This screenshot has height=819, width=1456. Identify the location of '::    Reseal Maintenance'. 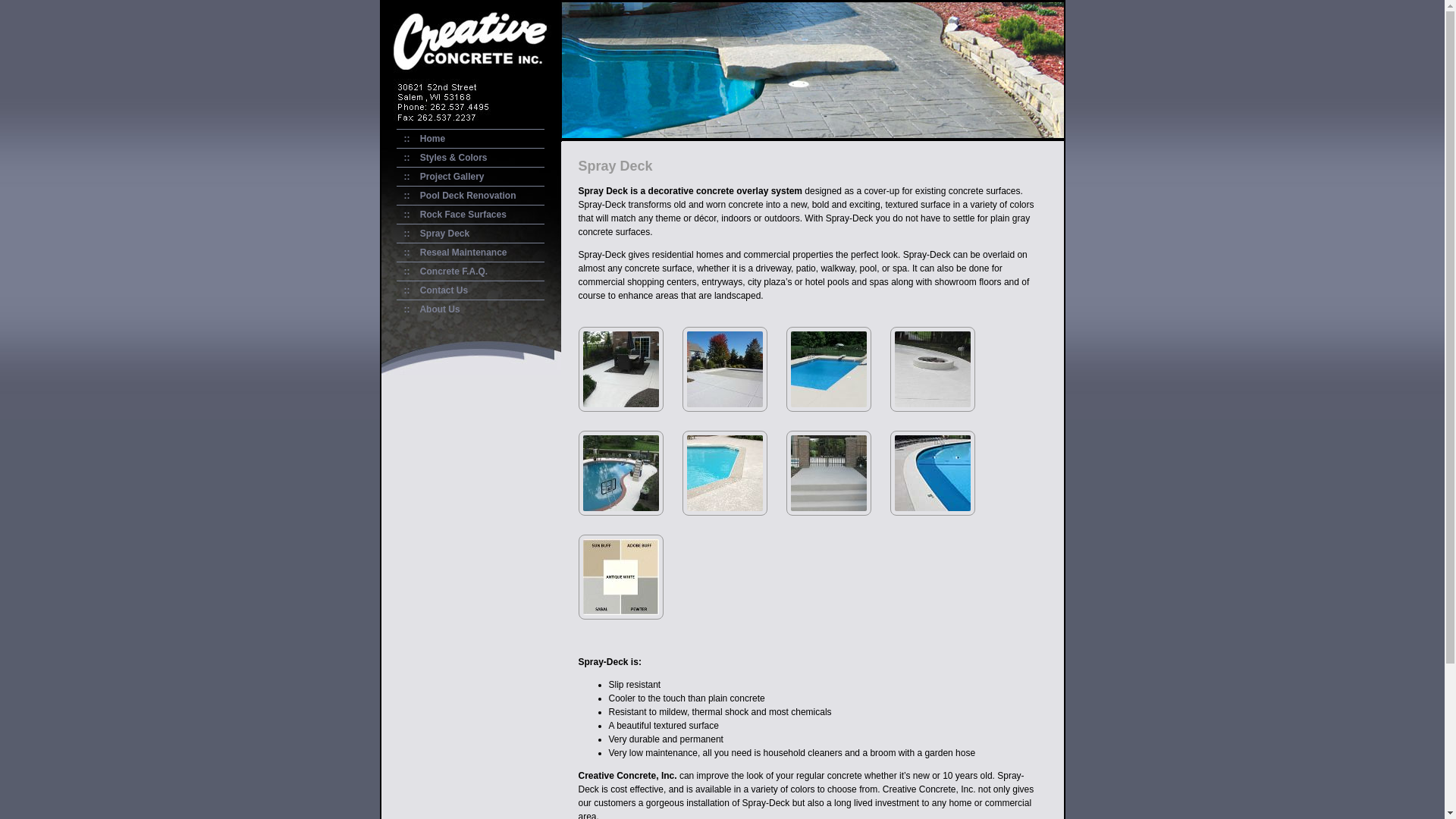
(450, 251).